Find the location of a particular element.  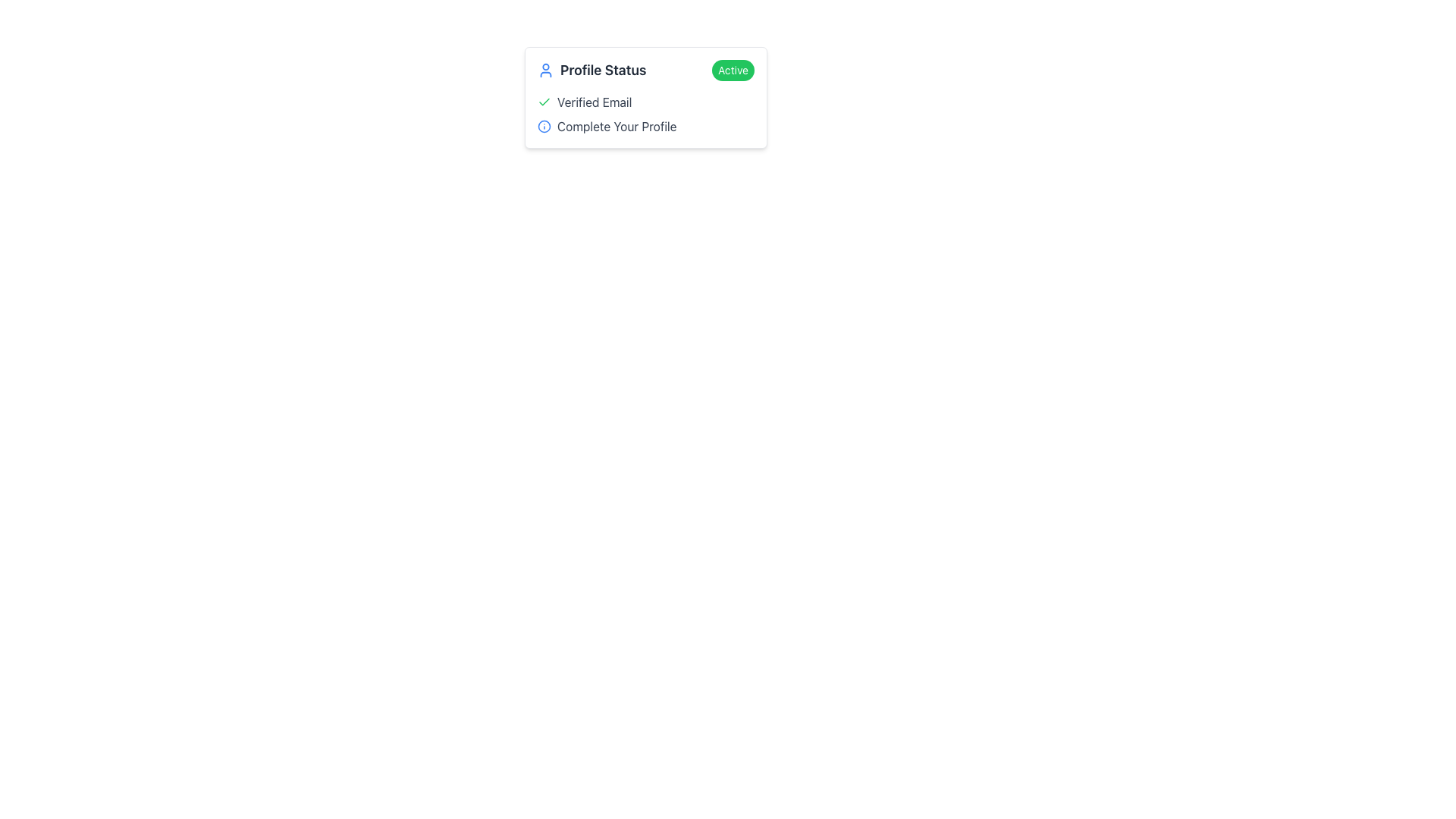

the label titled 'Profile Status' which is located in the upper-left part of the card interface, immediately to the left of the 'Active' status badge, to engage with surrounding elements is located at coordinates (591, 70).